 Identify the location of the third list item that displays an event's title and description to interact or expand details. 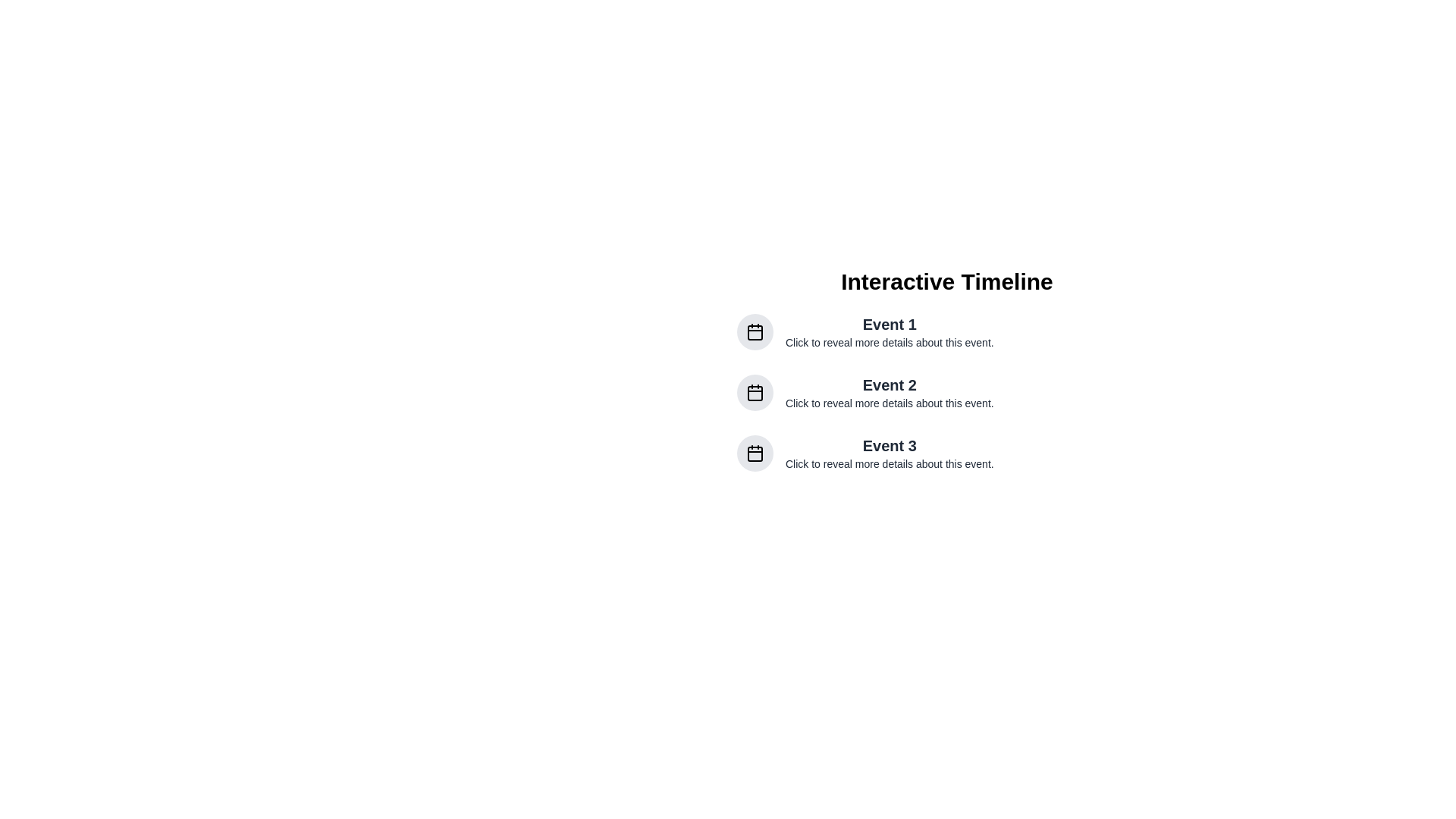
(946, 452).